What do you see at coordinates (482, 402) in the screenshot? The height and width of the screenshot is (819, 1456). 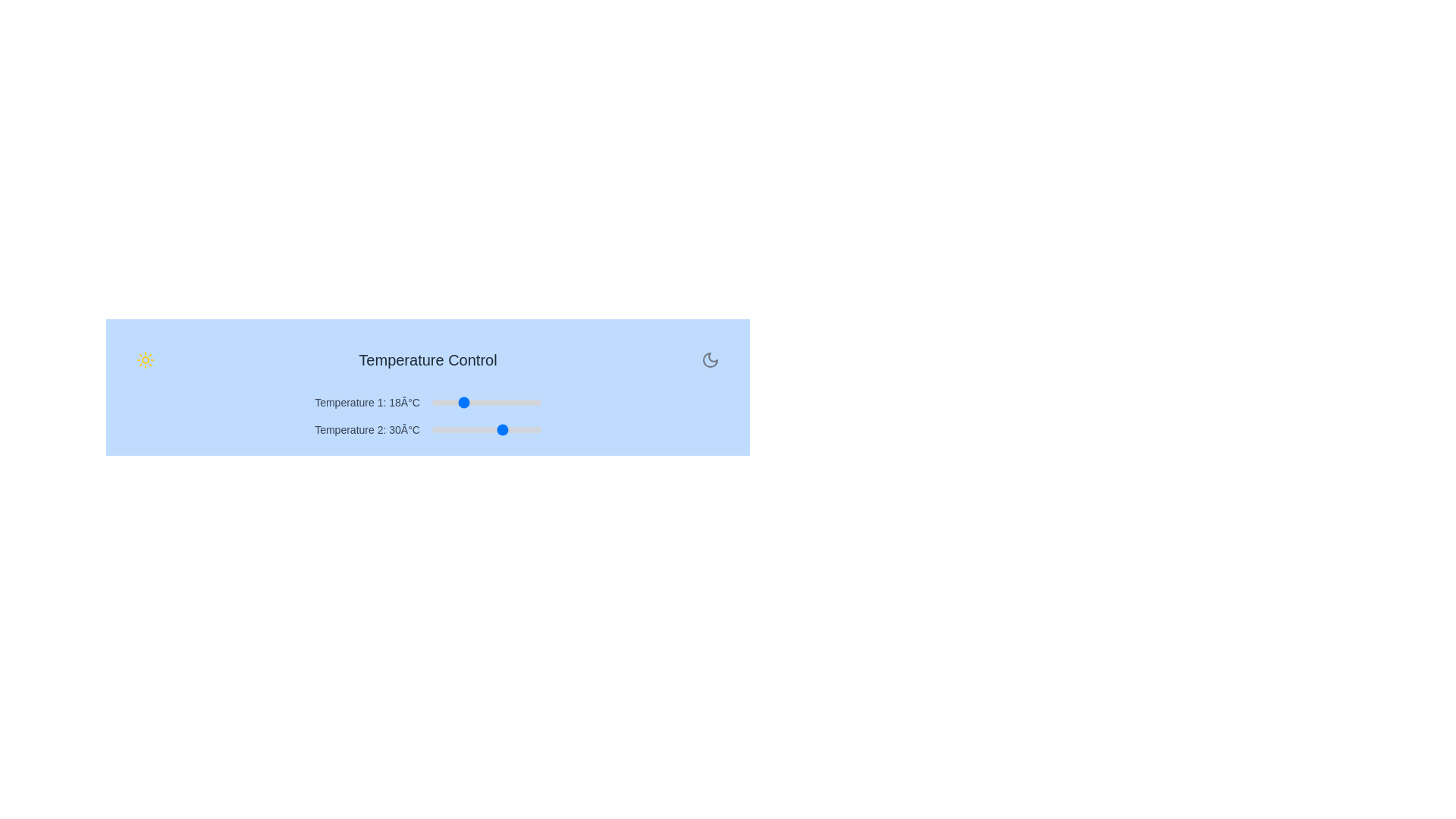 I see `Temperature 1` at bounding box center [482, 402].